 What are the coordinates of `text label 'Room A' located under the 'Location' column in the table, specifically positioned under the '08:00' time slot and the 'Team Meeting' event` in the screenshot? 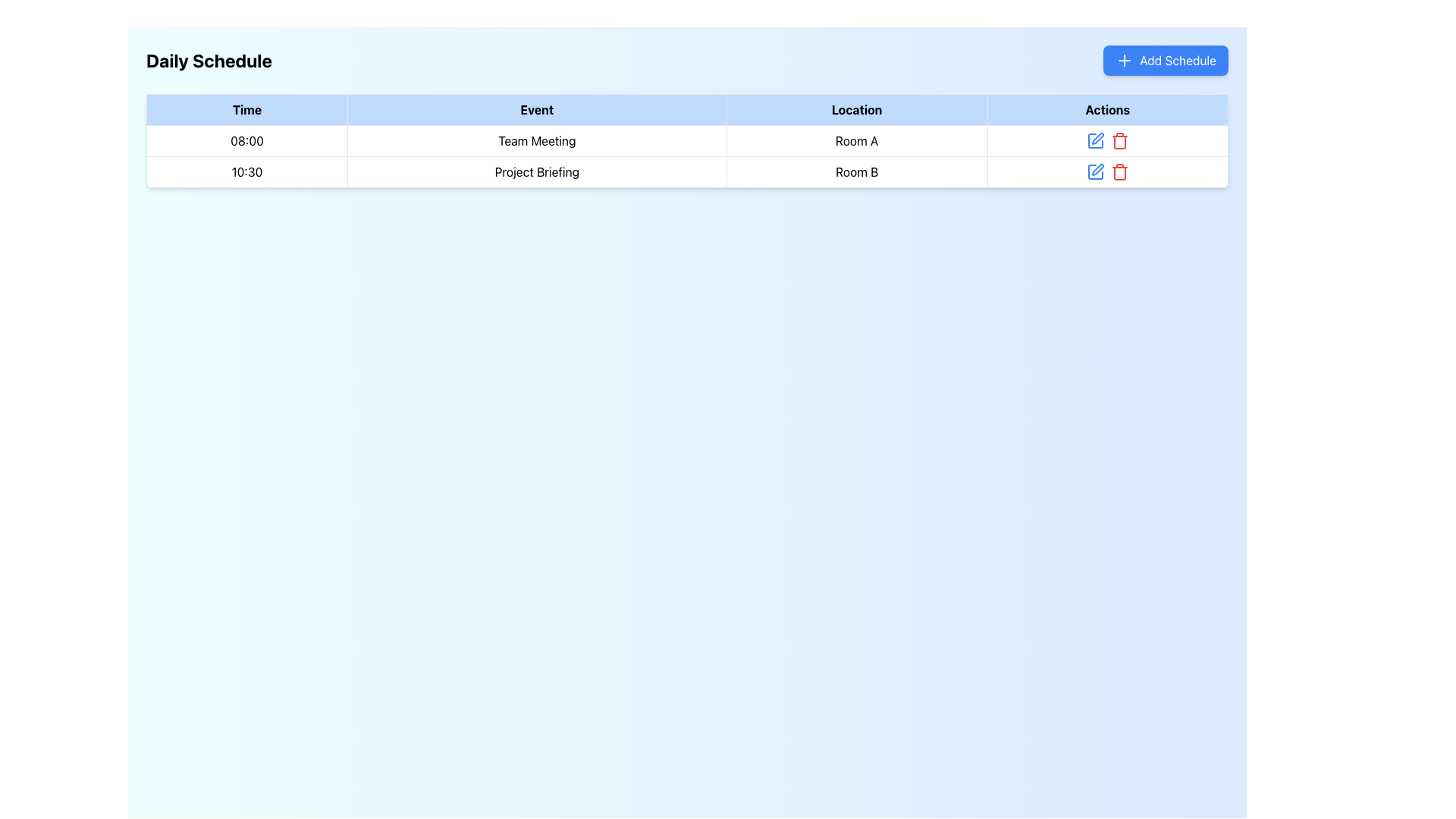 It's located at (857, 140).